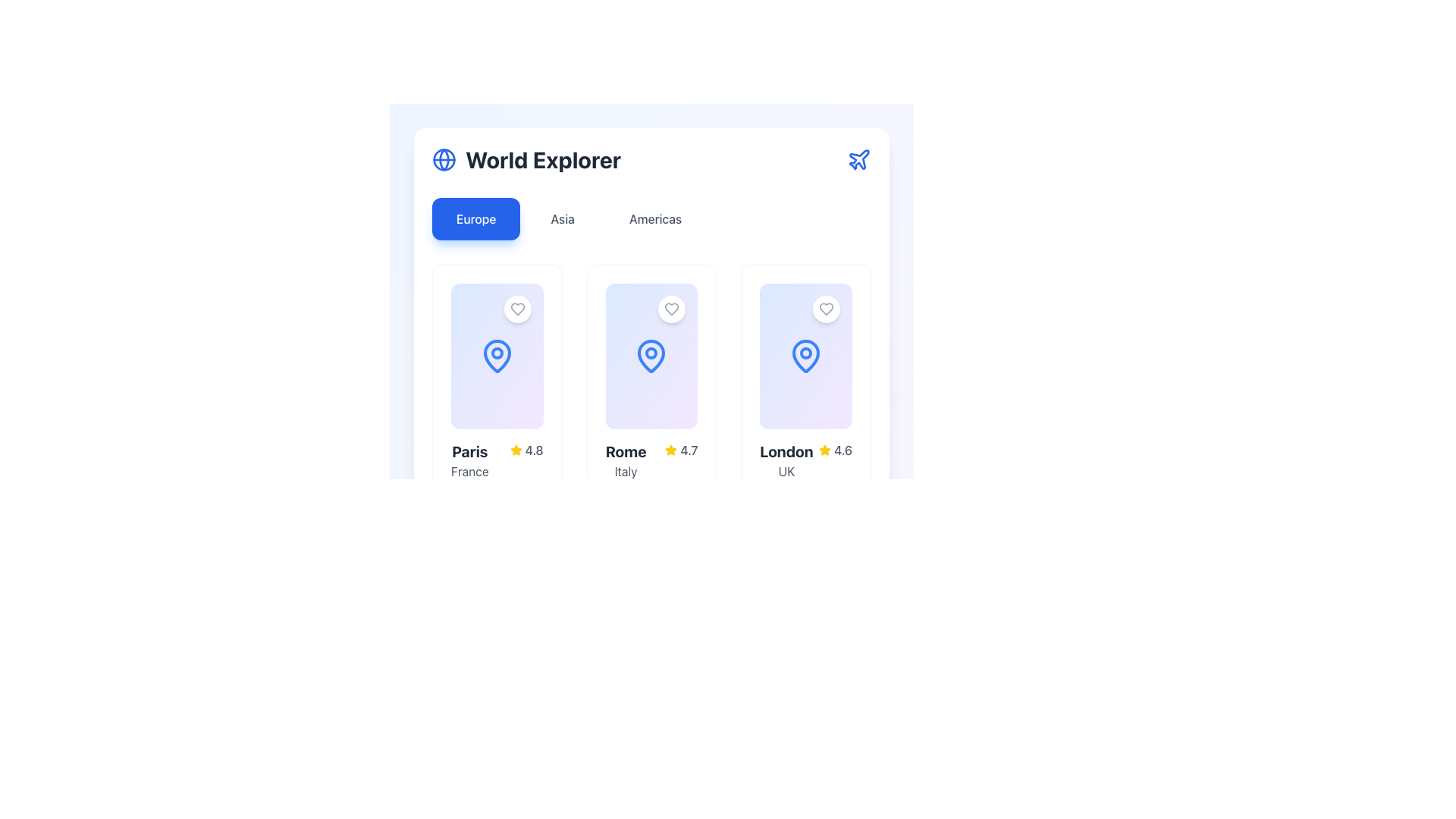 Image resolution: width=1456 pixels, height=819 pixels. I want to click on the main descriptive text within the third location card that denotes the name 'London' and its associated country 'UK', so click(786, 460).